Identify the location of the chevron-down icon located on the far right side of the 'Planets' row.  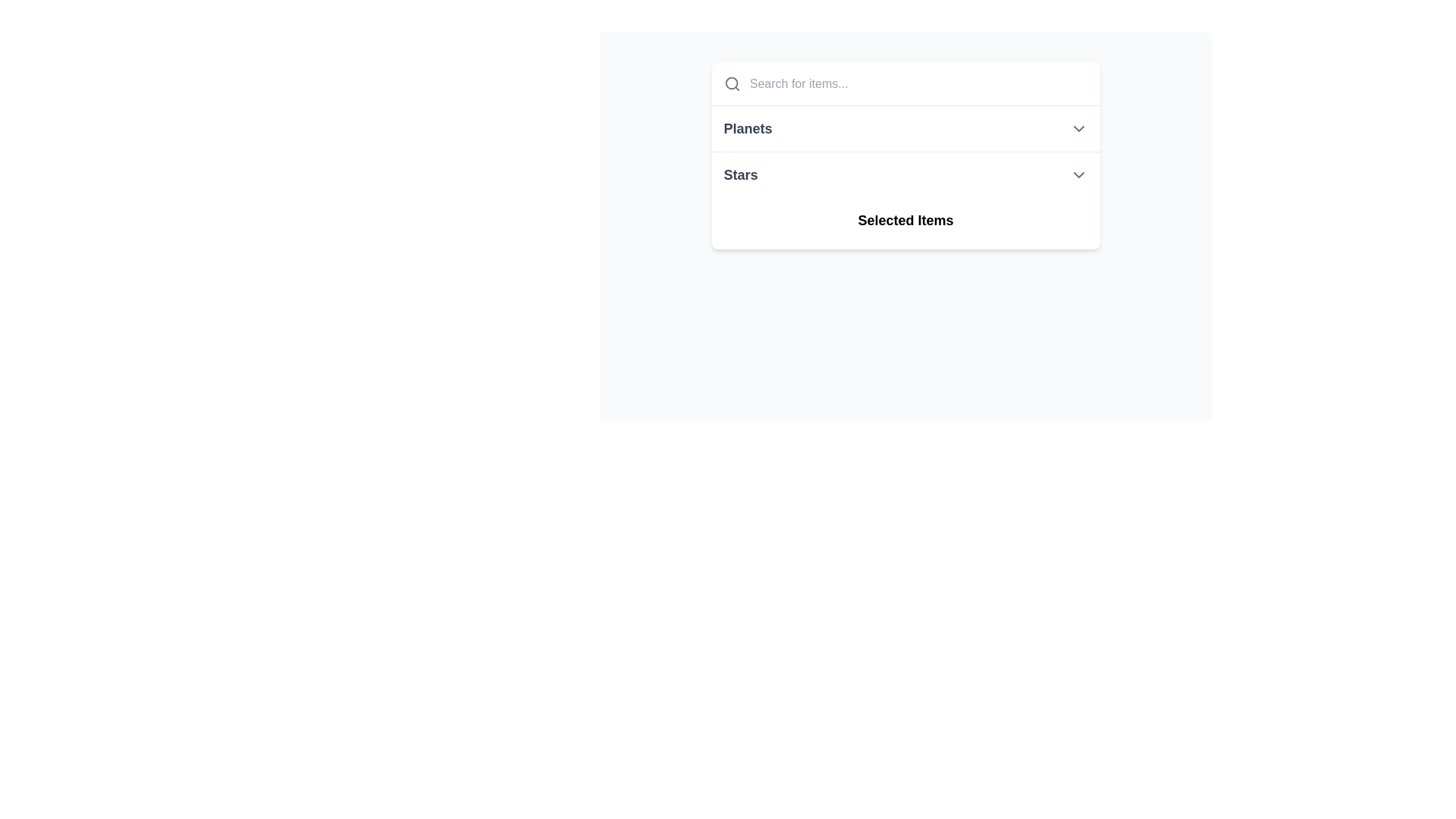
(1078, 127).